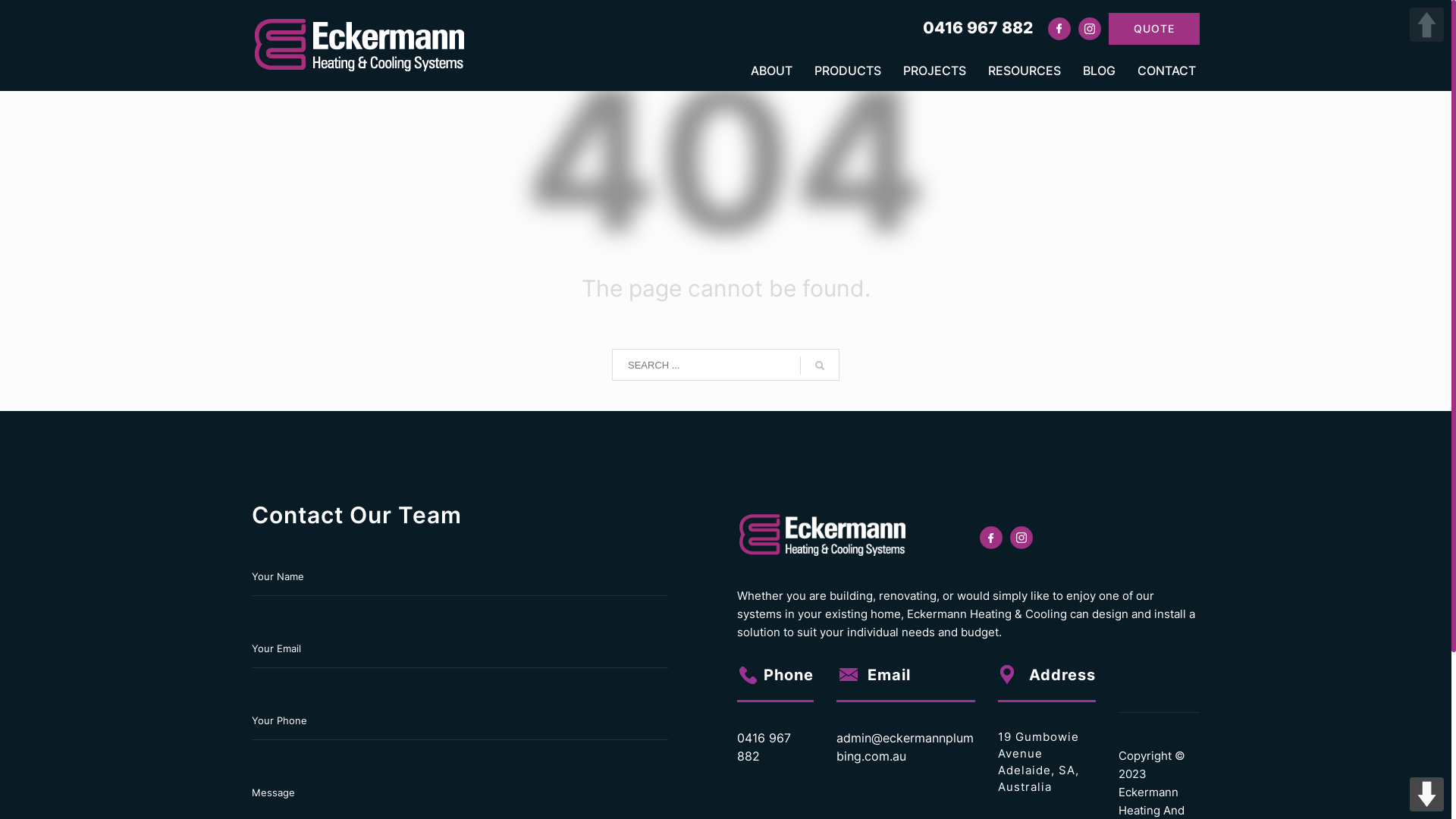 The width and height of the screenshot is (1456, 819). I want to click on 'RESOURCES', so click(1024, 70).